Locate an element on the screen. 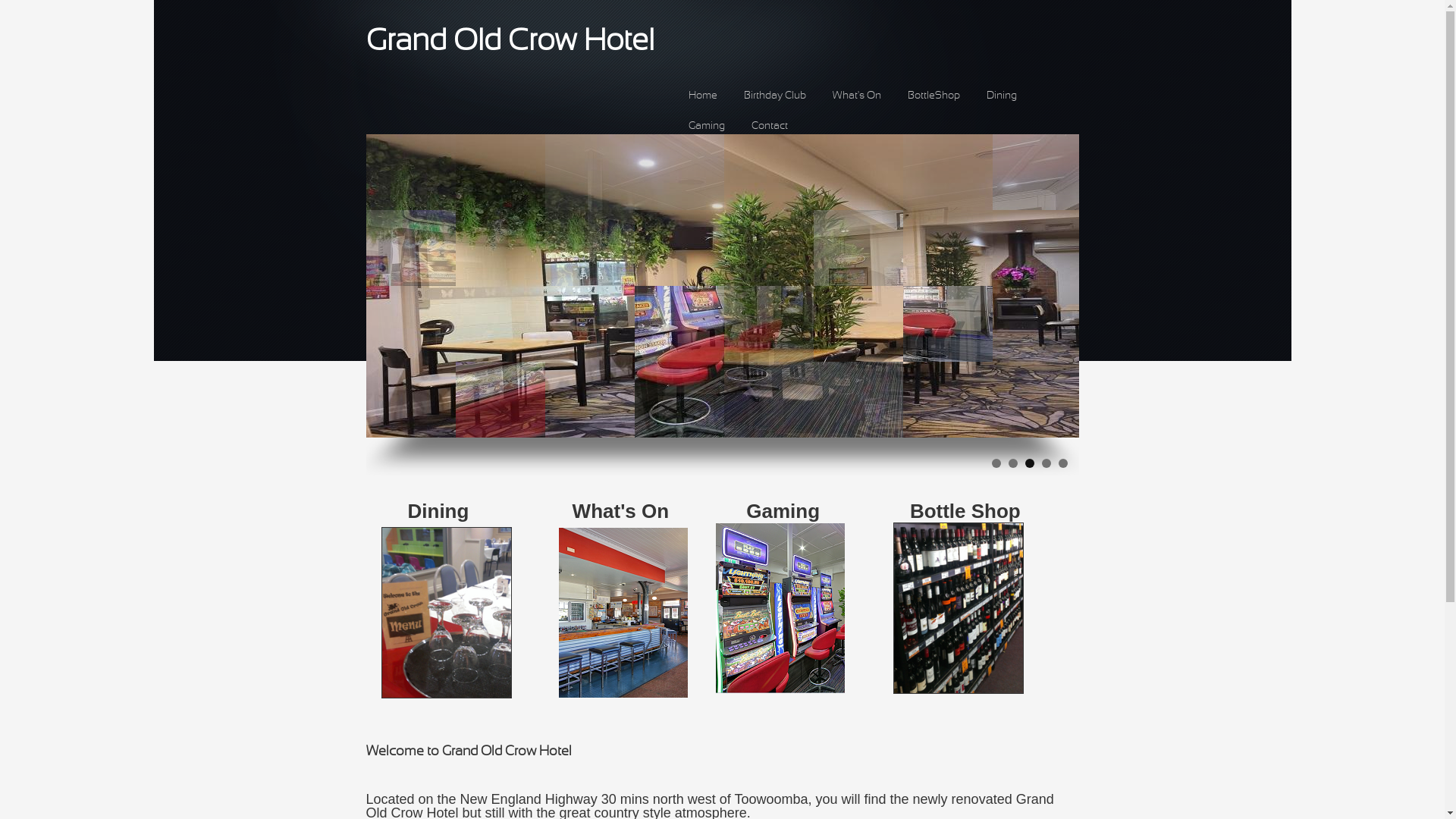  'What's On' is located at coordinates (856, 96).